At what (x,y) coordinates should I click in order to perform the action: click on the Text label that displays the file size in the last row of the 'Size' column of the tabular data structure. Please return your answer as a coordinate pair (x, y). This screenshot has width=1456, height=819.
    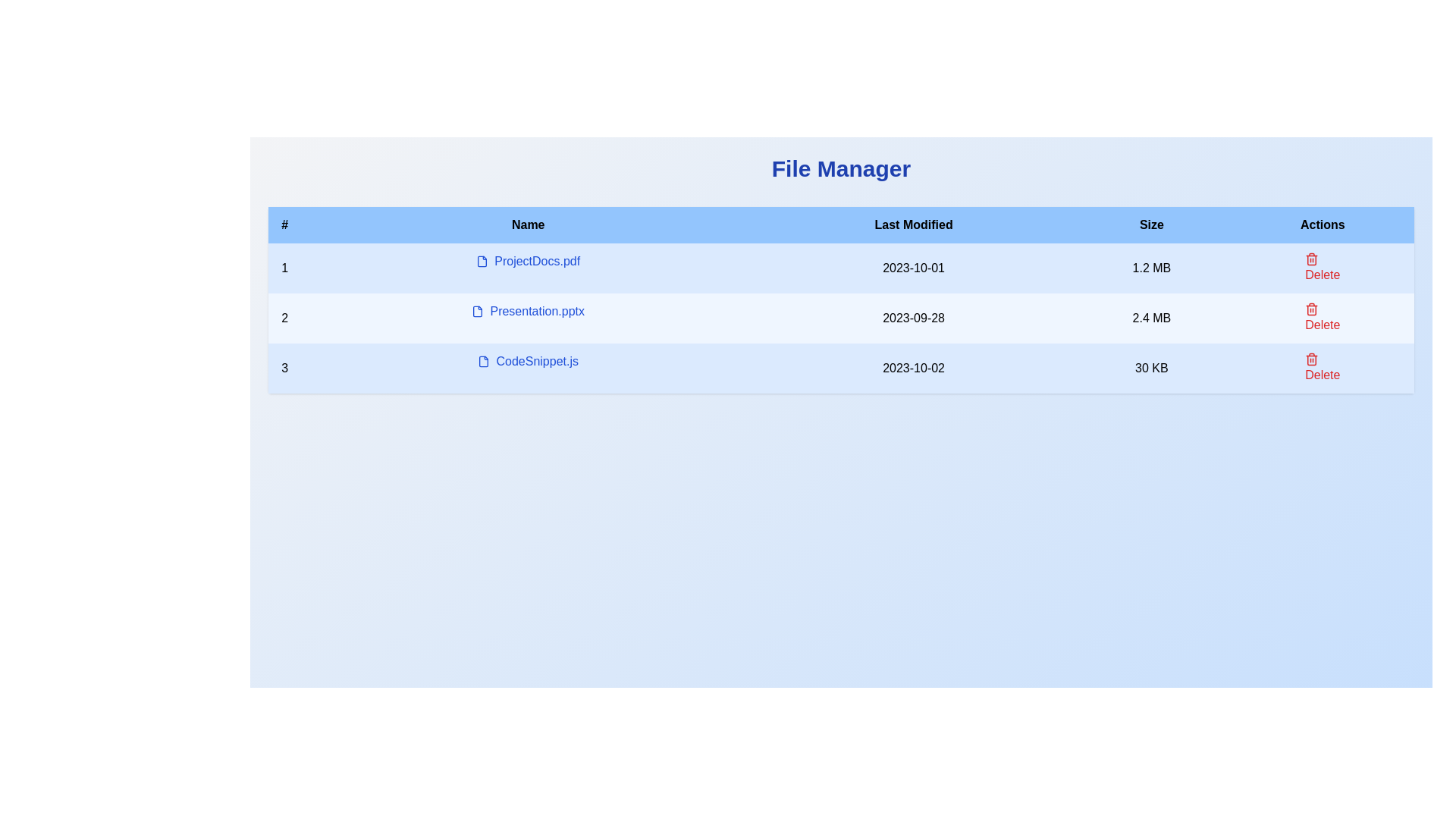
    Looking at the image, I should click on (1151, 369).